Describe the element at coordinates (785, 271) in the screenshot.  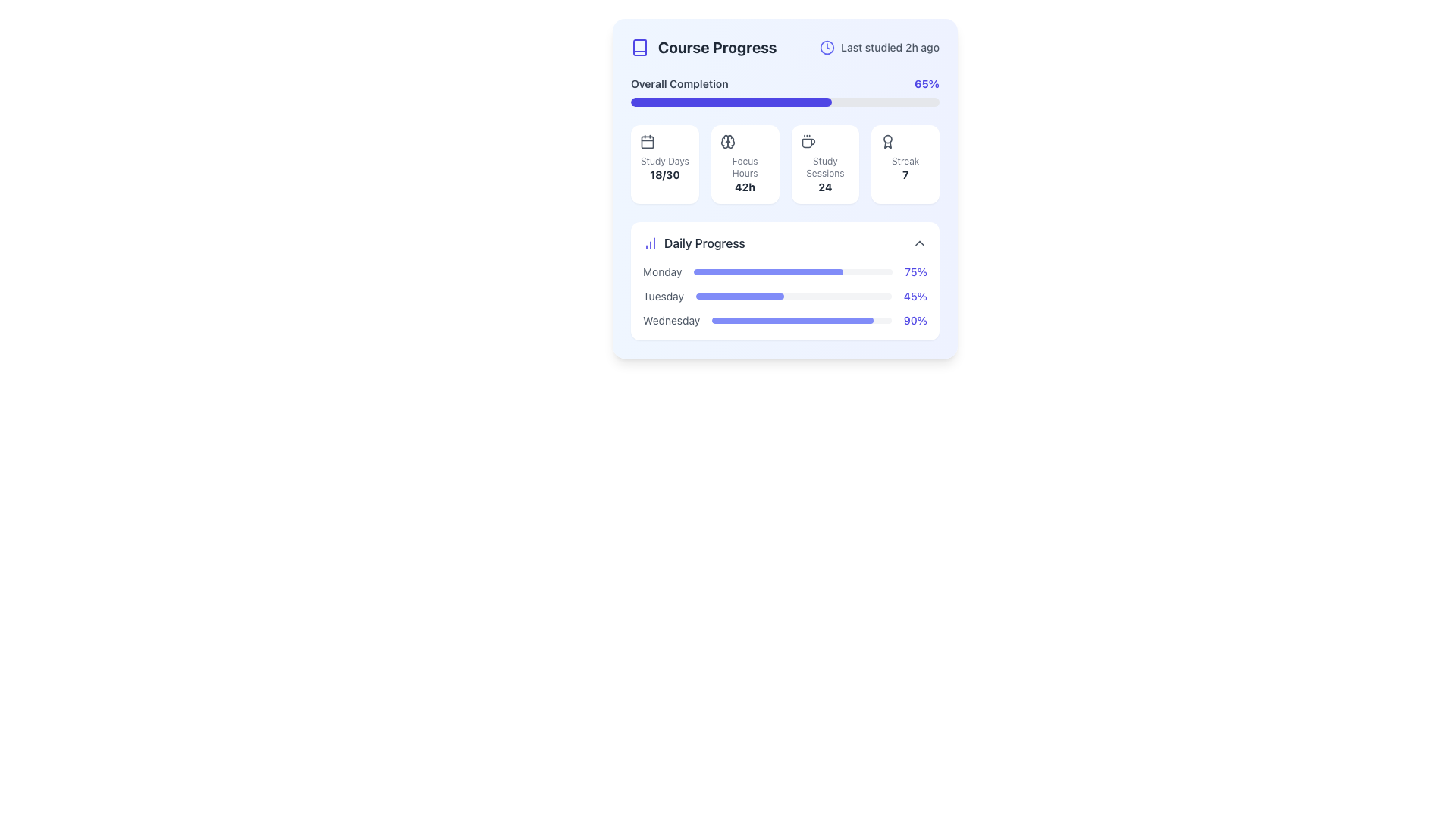
I see `label information from the horizontal progress bar labeled 'Monday' with '75%' on the right, located in the 'Daily Progress' section as the first progress bar` at that location.